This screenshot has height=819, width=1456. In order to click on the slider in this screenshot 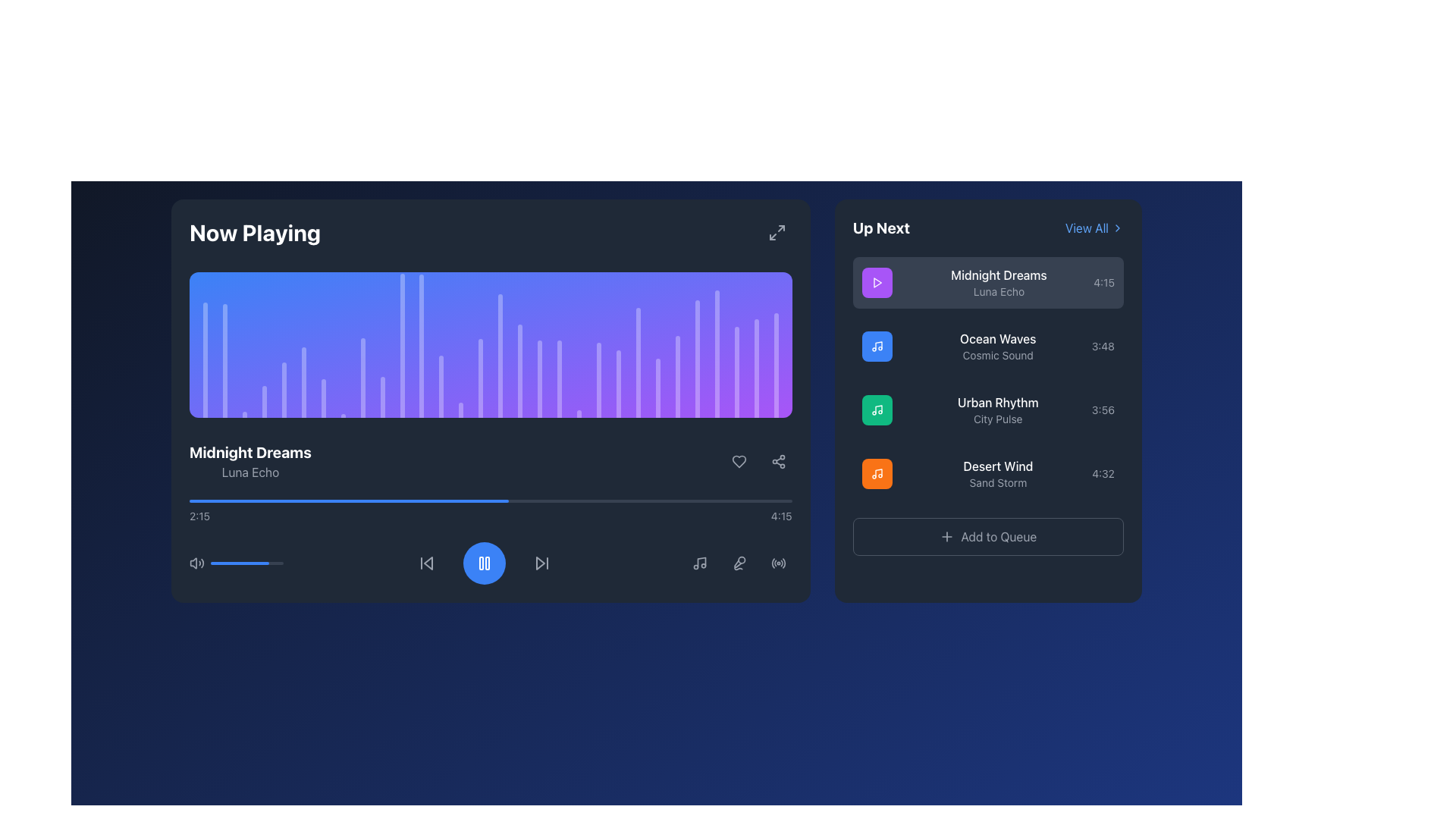, I will do `click(222, 563)`.